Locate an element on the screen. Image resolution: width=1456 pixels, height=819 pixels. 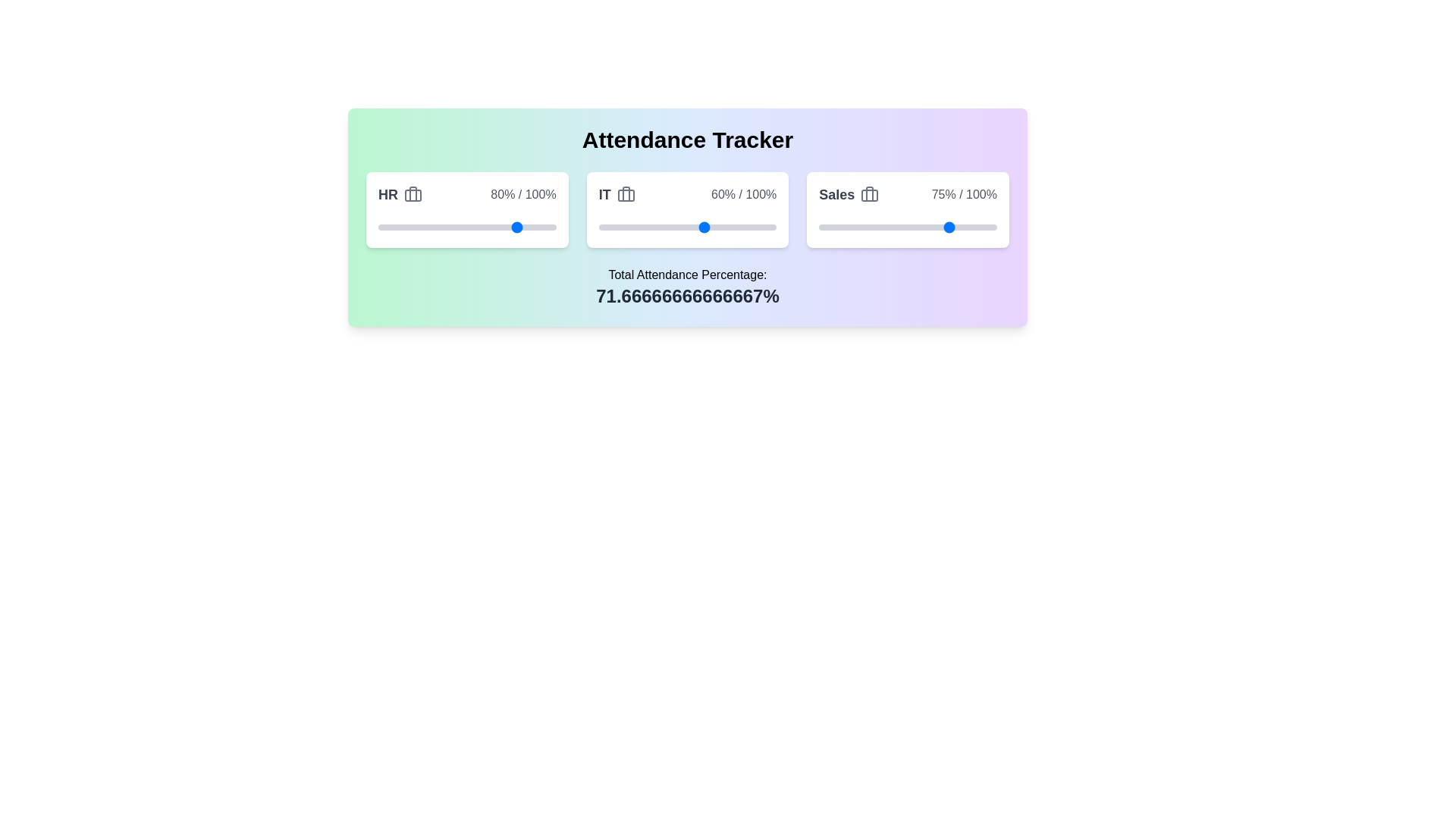
HR attendance percentage is located at coordinates (484, 227).